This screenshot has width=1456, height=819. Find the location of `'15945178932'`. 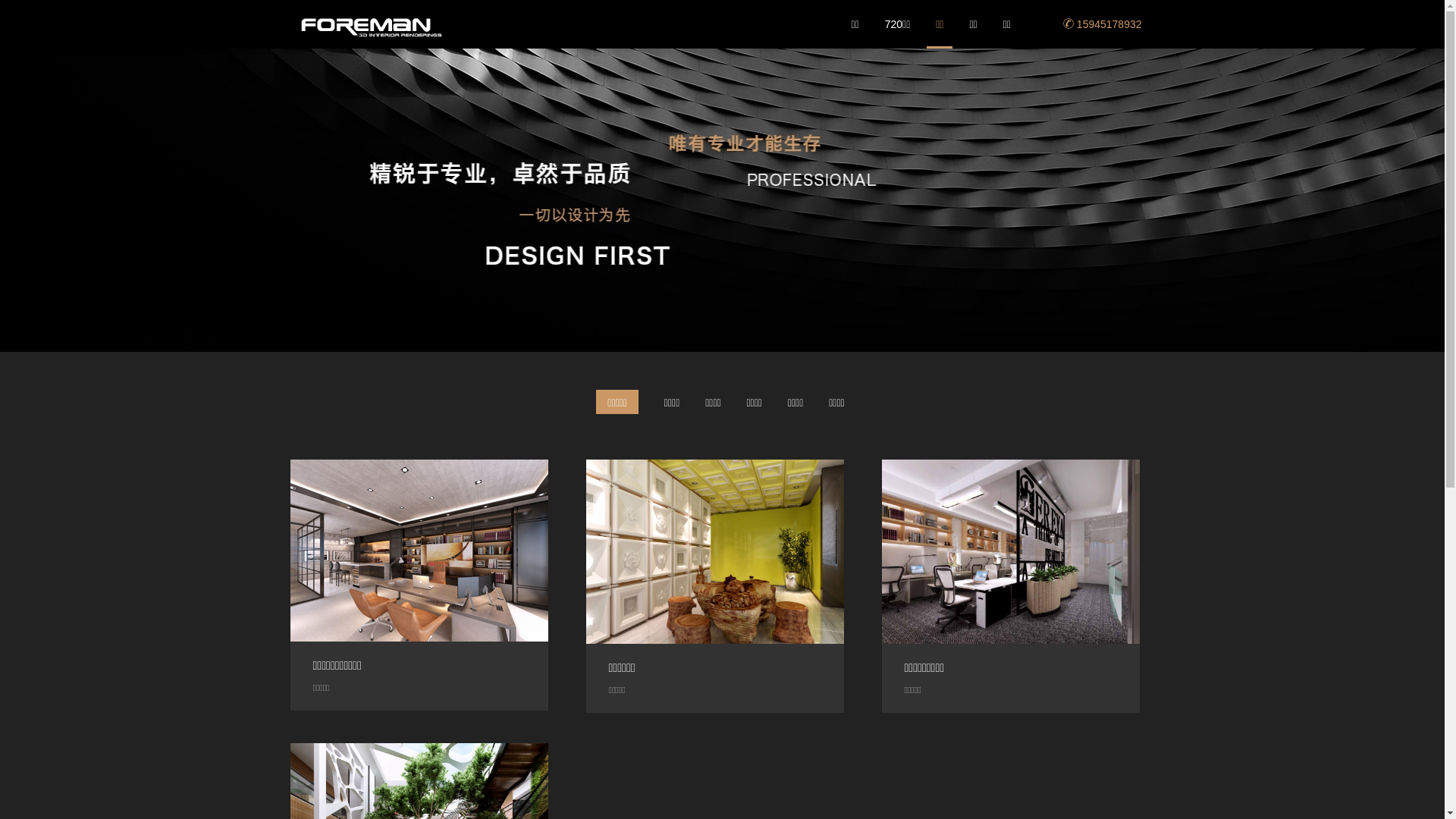

'15945178932' is located at coordinates (1103, 24).